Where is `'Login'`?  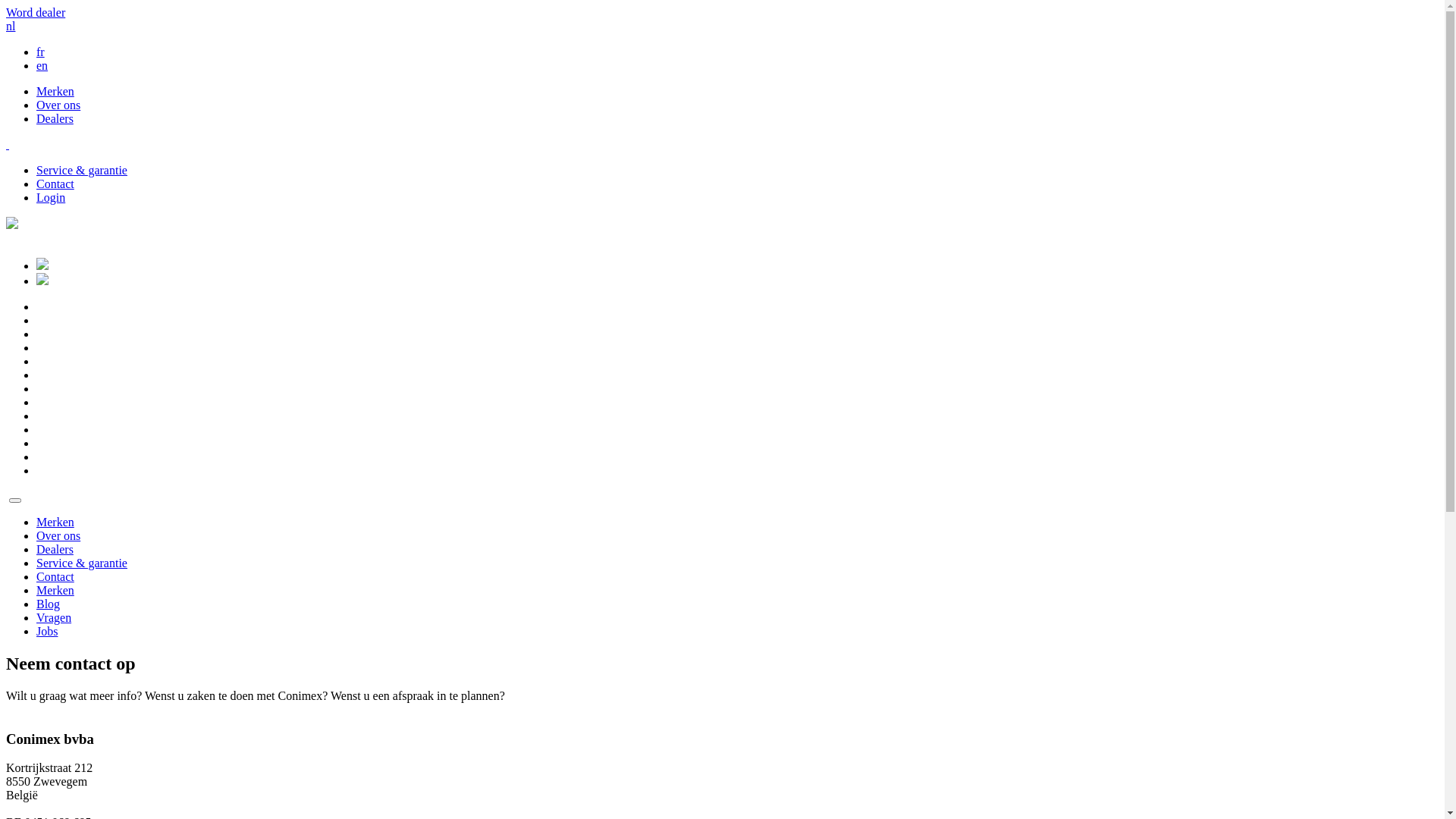
'Login' is located at coordinates (36, 196).